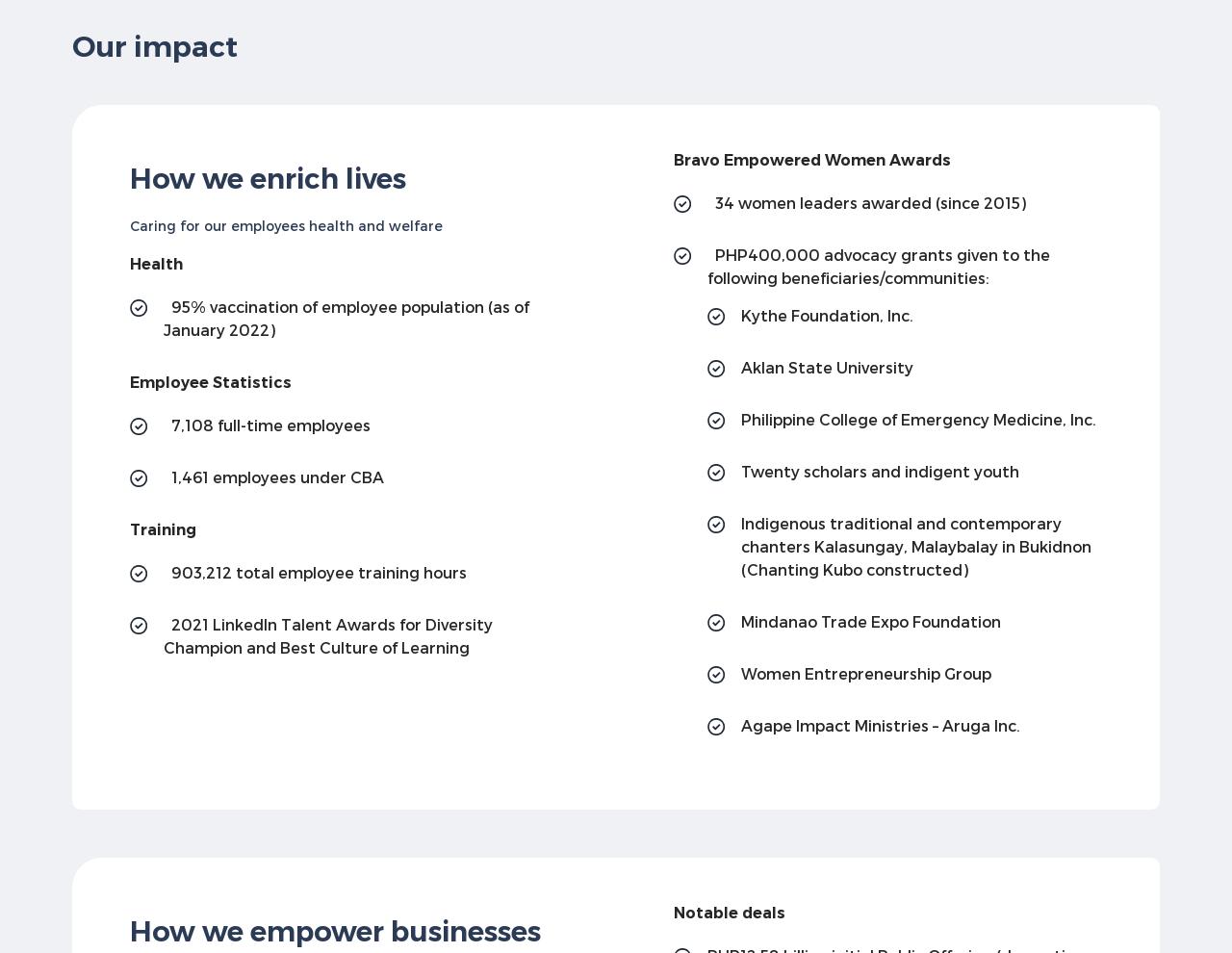  Describe the element at coordinates (327, 634) in the screenshot. I see `'2021 LinkedIn Talent Awards for Diversity Champion and Best Culture of Learning'` at that location.